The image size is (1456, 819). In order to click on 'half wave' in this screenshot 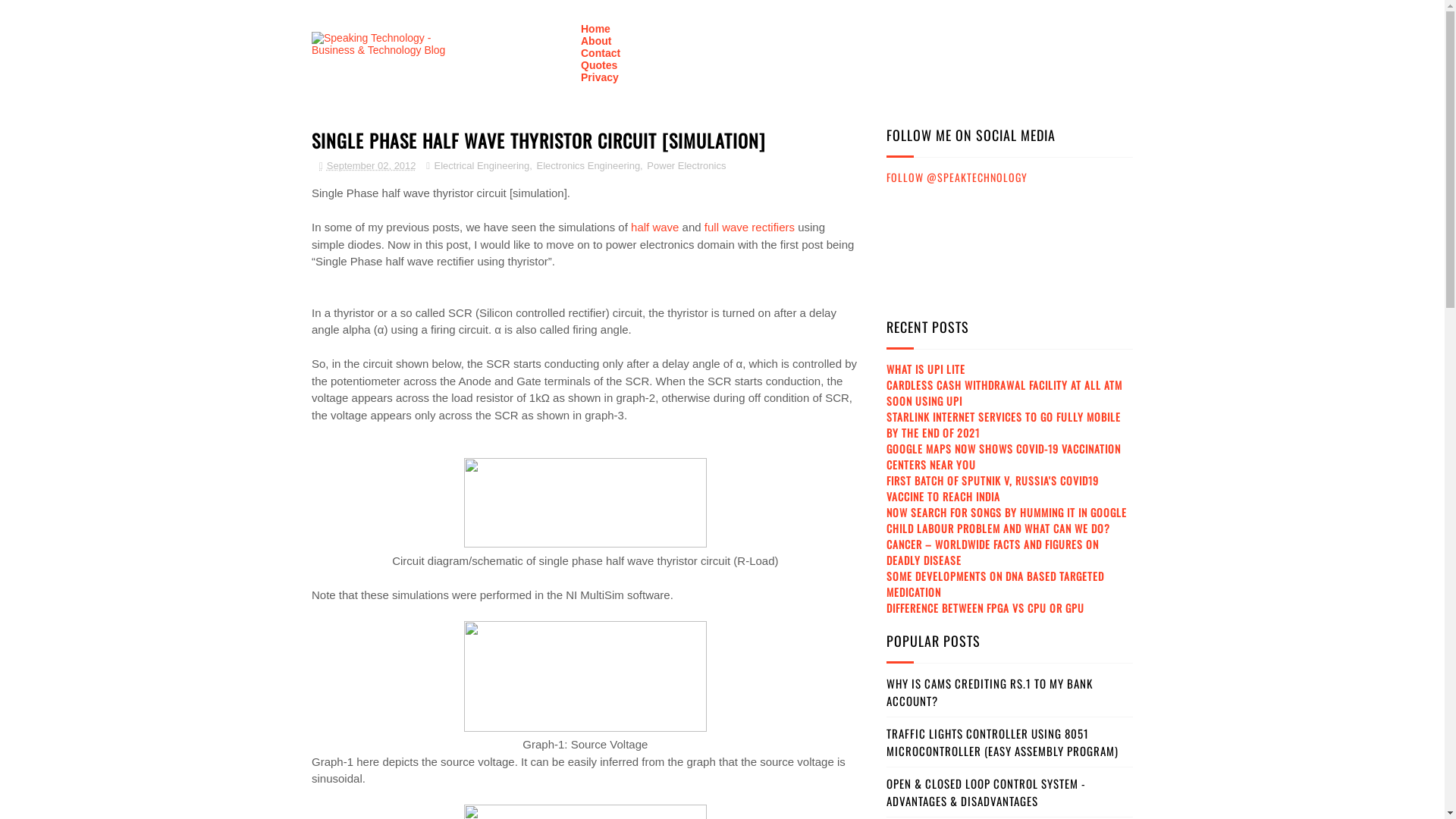, I will do `click(654, 227)`.